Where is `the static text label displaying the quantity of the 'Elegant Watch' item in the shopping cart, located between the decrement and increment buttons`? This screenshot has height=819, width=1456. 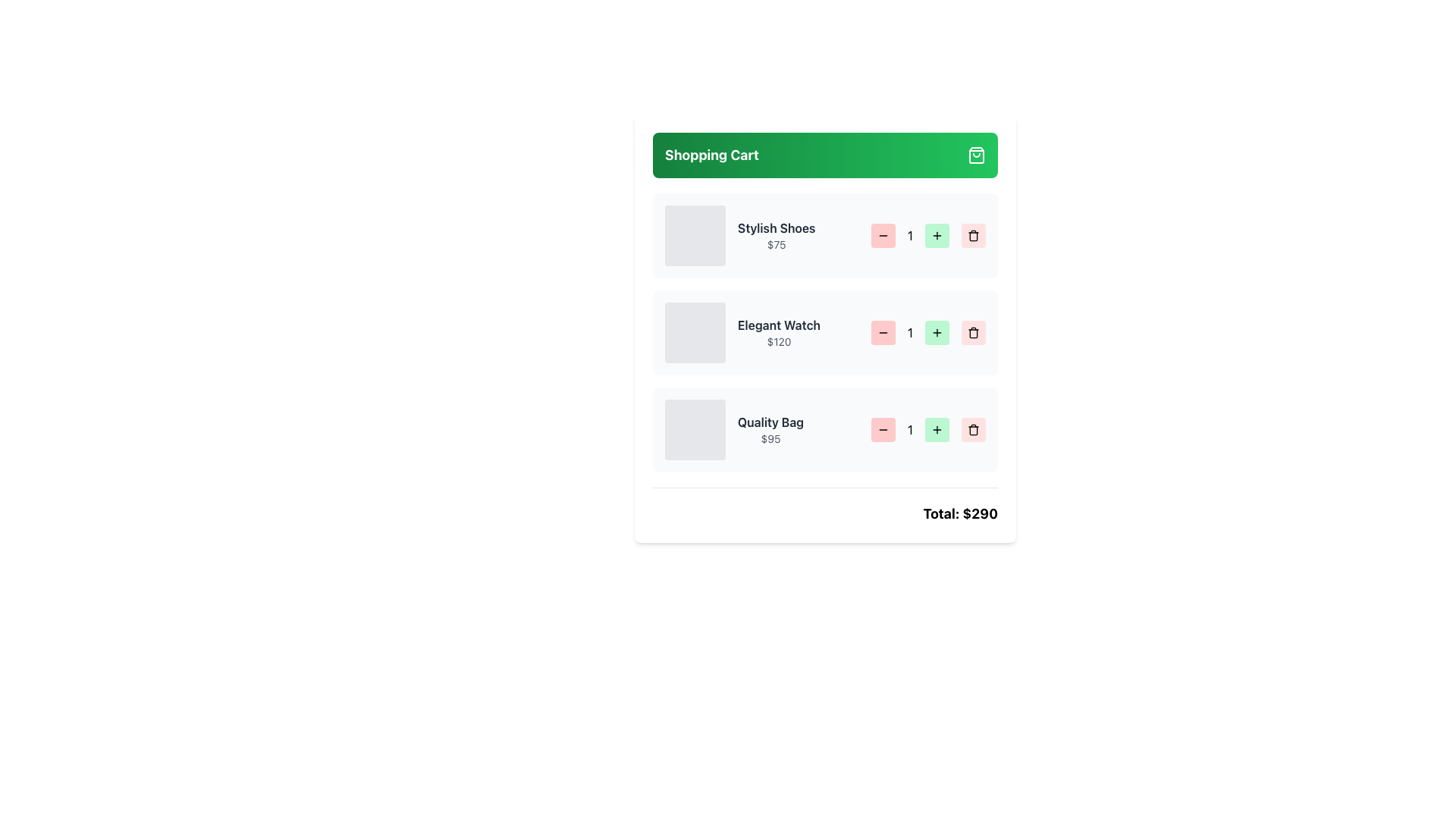
the static text label displaying the quantity of the 'Elegant Watch' item in the shopping cart, located between the decrement and increment buttons is located at coordinates (910, 332).